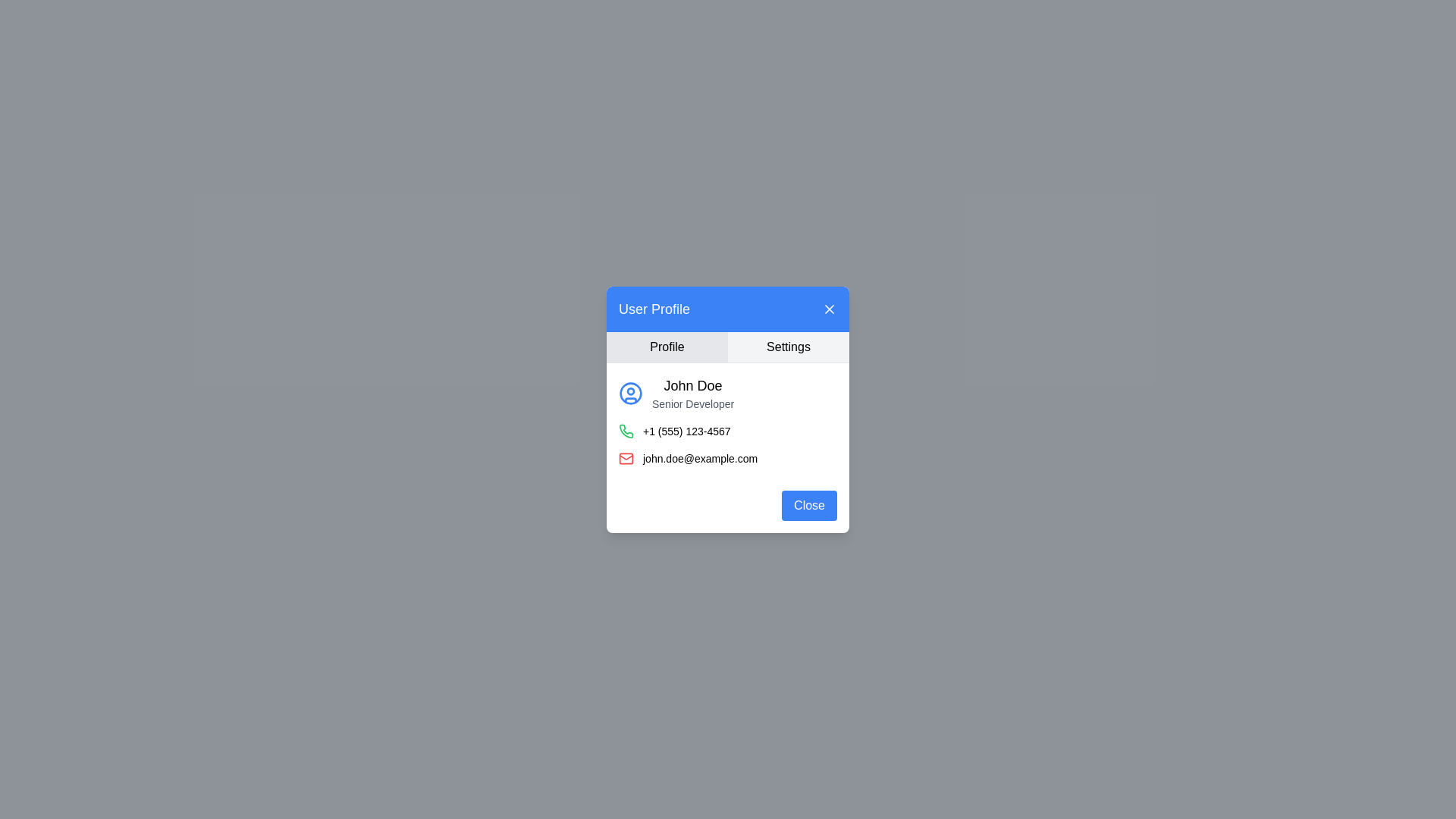 The image size is (1456, 819). Describe the element at coordinates (630, 391) in the screenshot. I see `the largest circular graphic that forms the outer boundary of the user icon in the top-left corner of the user profile card` at that location.